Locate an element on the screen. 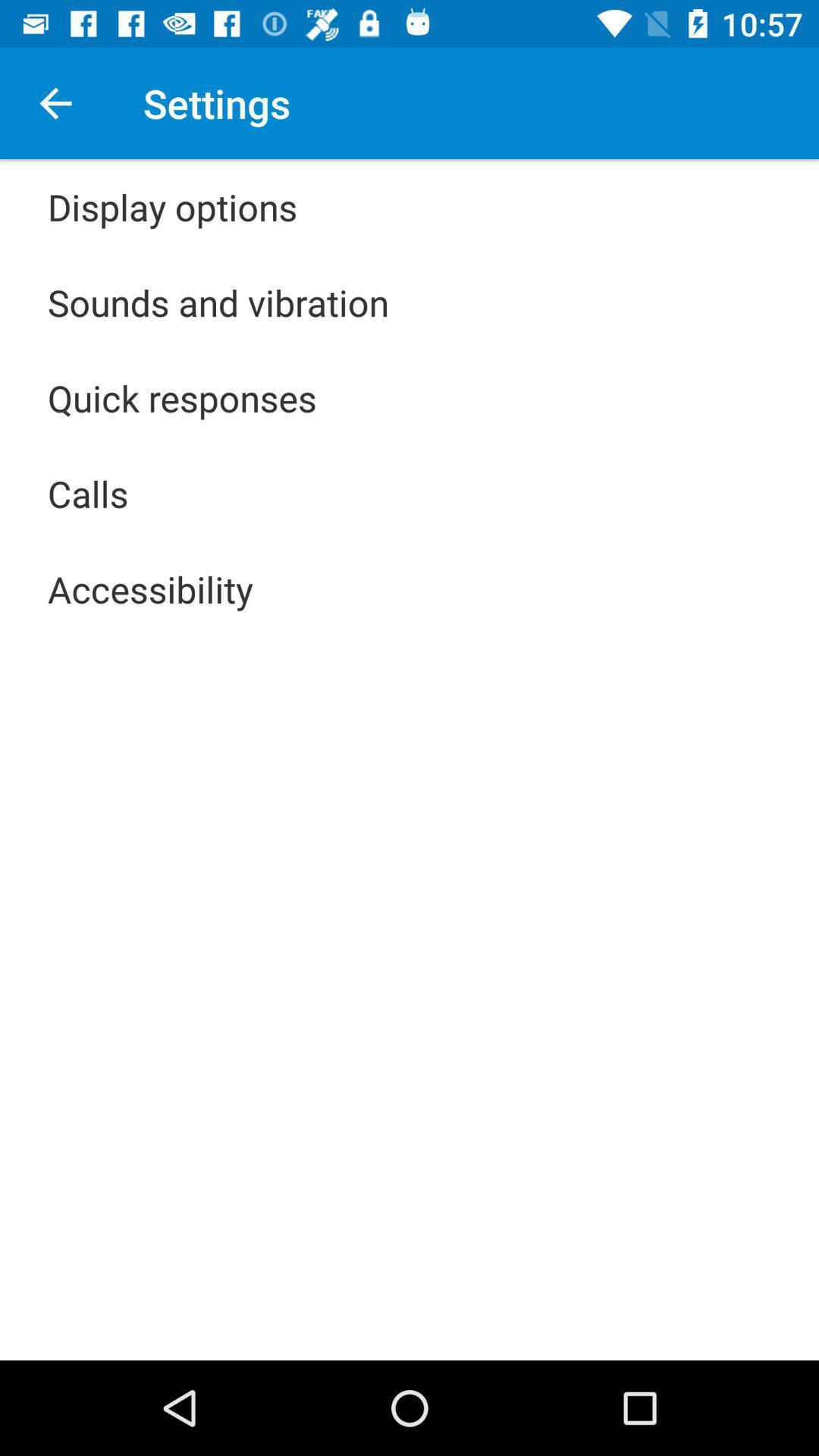 Image resolution: width=819 pixels, height=1456 pixels. the quick responses icon is located at coordinates (181, 397).